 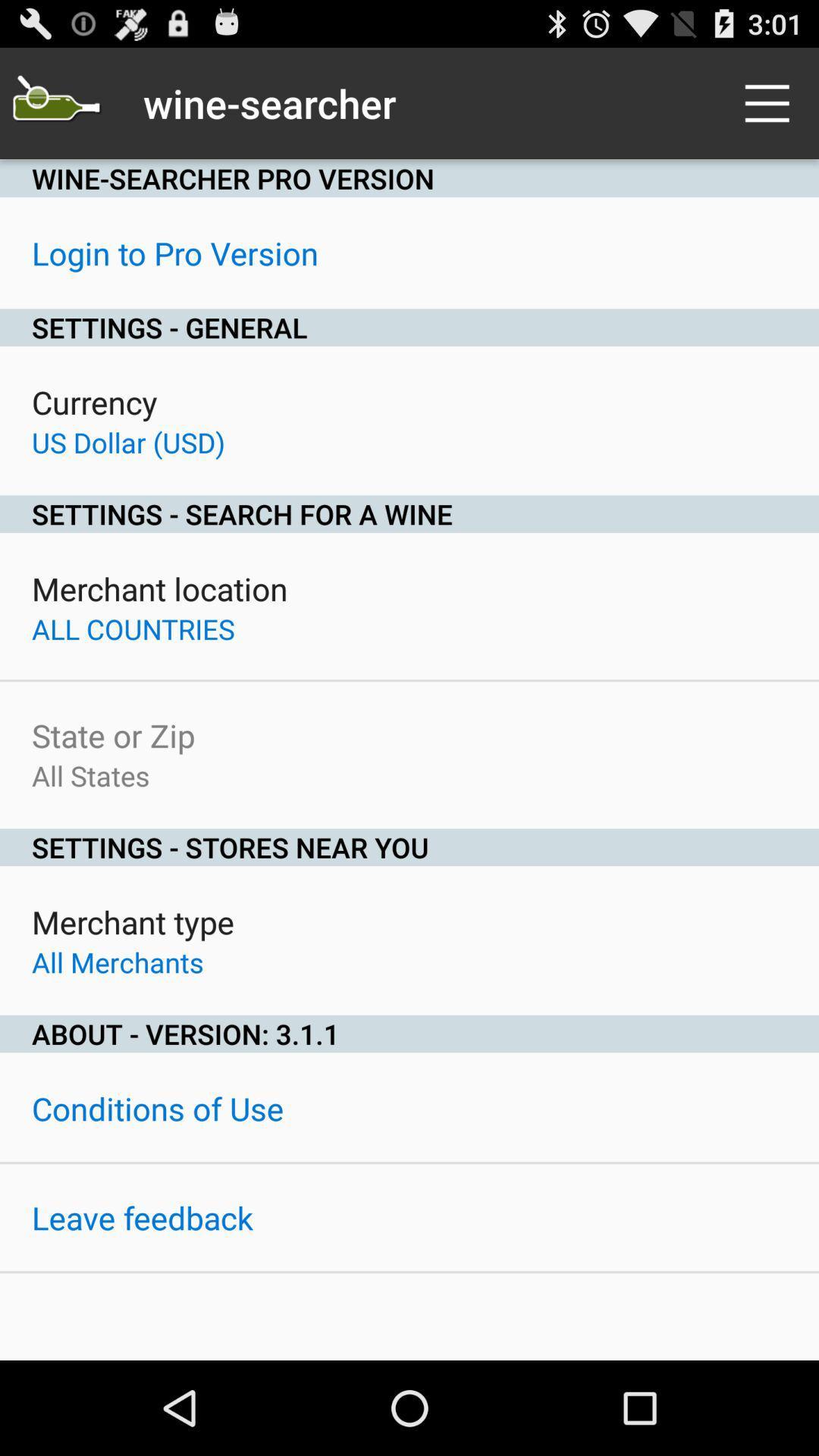 What do you see at coordinates (142, 1217) in the screenshot?
I see `the item below the conditions of use icon` at bounding box center [142, 1217].